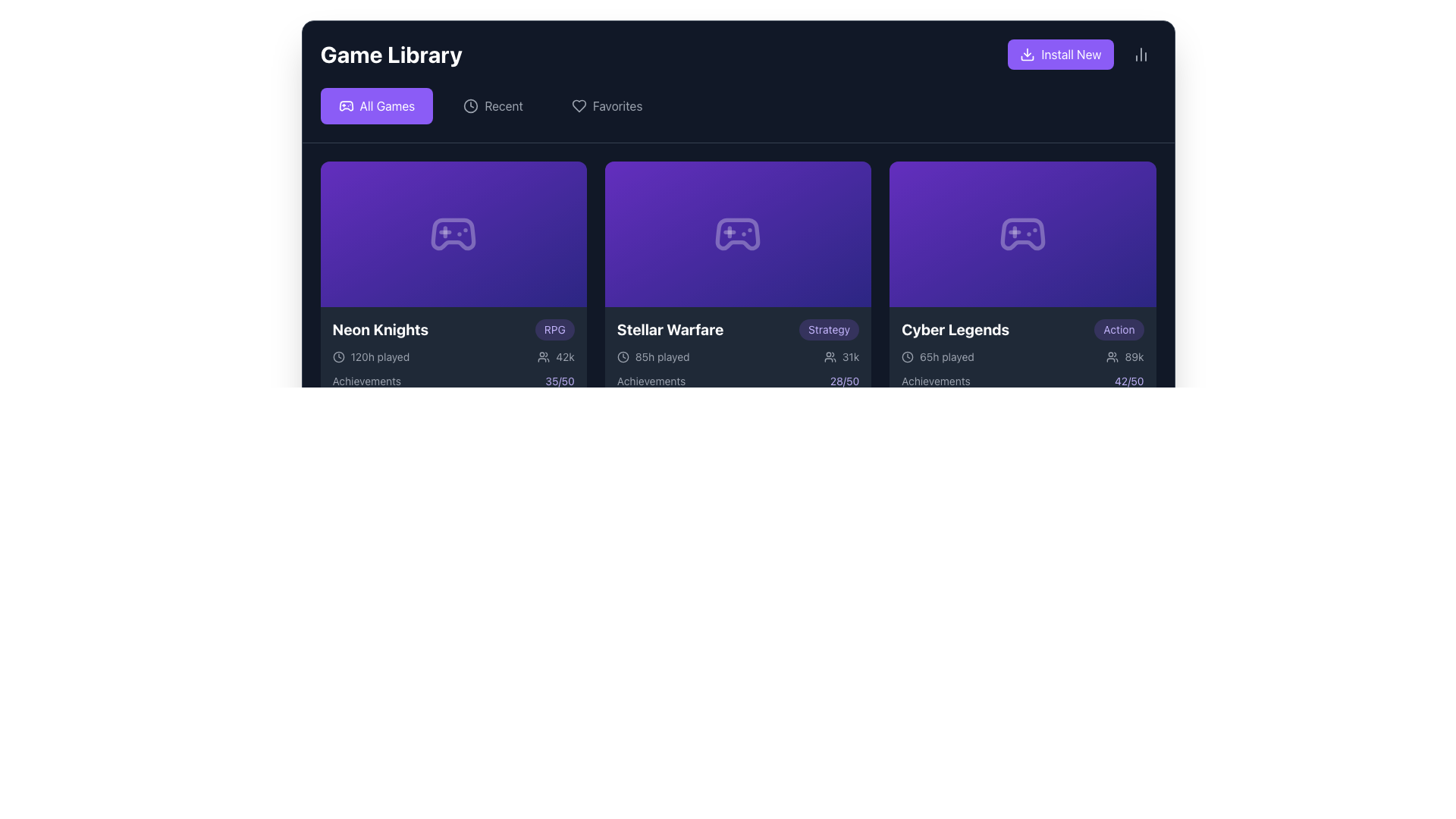 This screenshot has width=1456, height=819. What do you see at coordinates (1022, 234) in the screenshot?
I see `the gamepad icon with a modern flat design located on the game card titled 'Cyber Legends' in the game library interface` at bounding box center [1022, 234].